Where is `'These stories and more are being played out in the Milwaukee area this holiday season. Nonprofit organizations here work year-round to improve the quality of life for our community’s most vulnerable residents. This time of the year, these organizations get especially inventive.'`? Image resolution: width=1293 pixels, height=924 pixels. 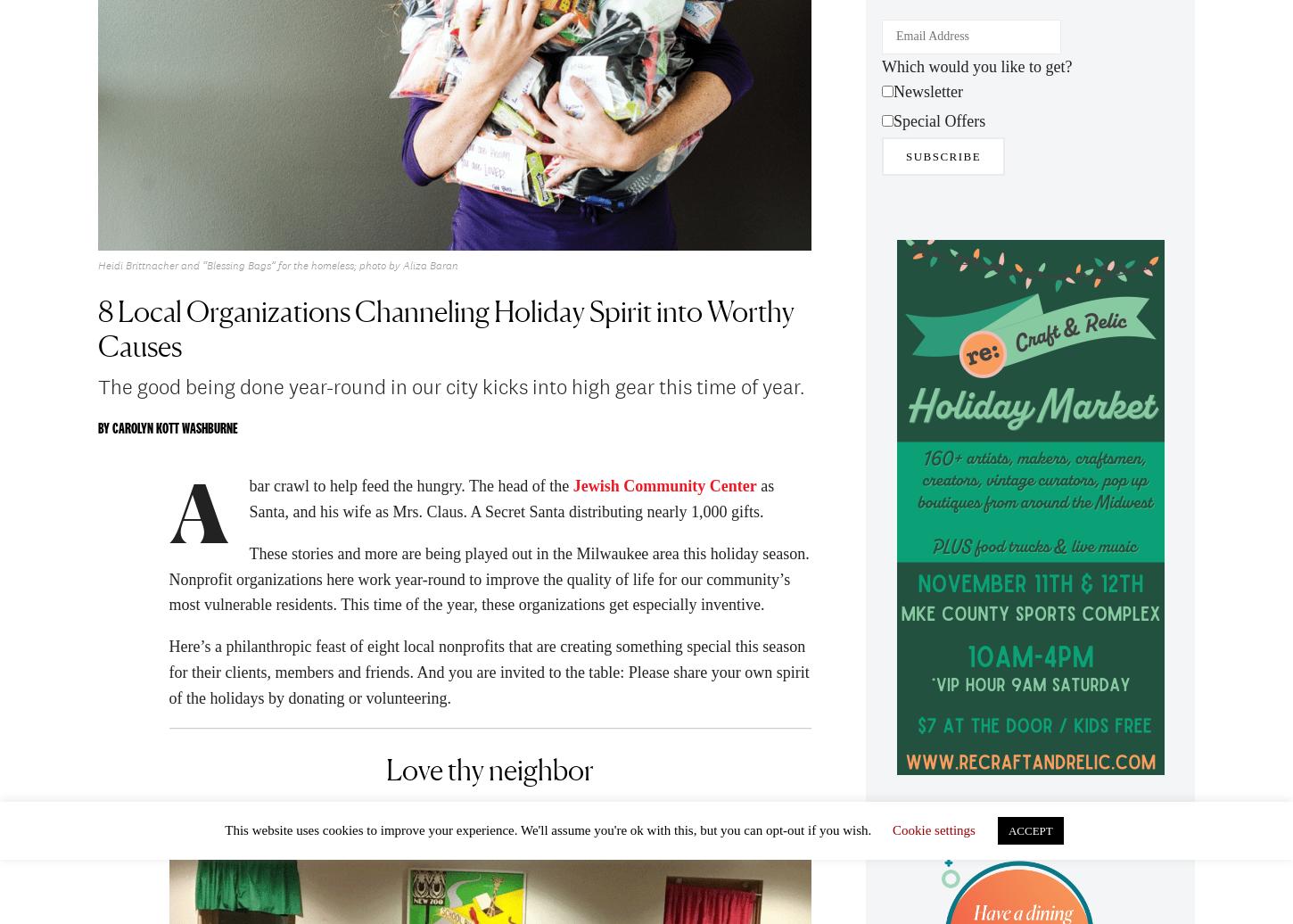 'These stories and more are being played out in the Milwaukee area this holiday season. Nonprofit organizations here work year-round to improve the quality of life for our community’s most vulnerable residents. This time of the year, these organizations get especially inventive.' is located at coordinates (488, 584).